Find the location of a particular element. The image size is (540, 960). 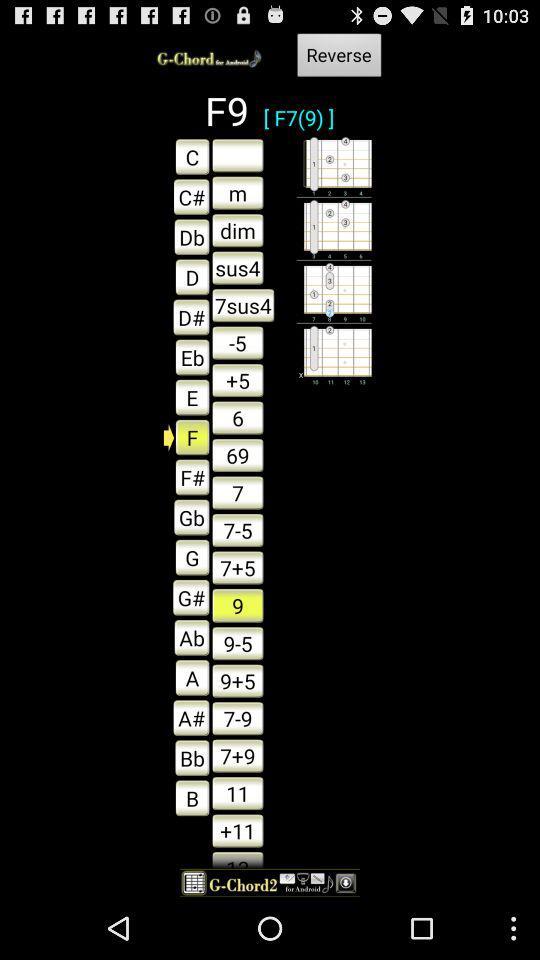

item to the left of the 7-9 is located at coordinates (186, 757).